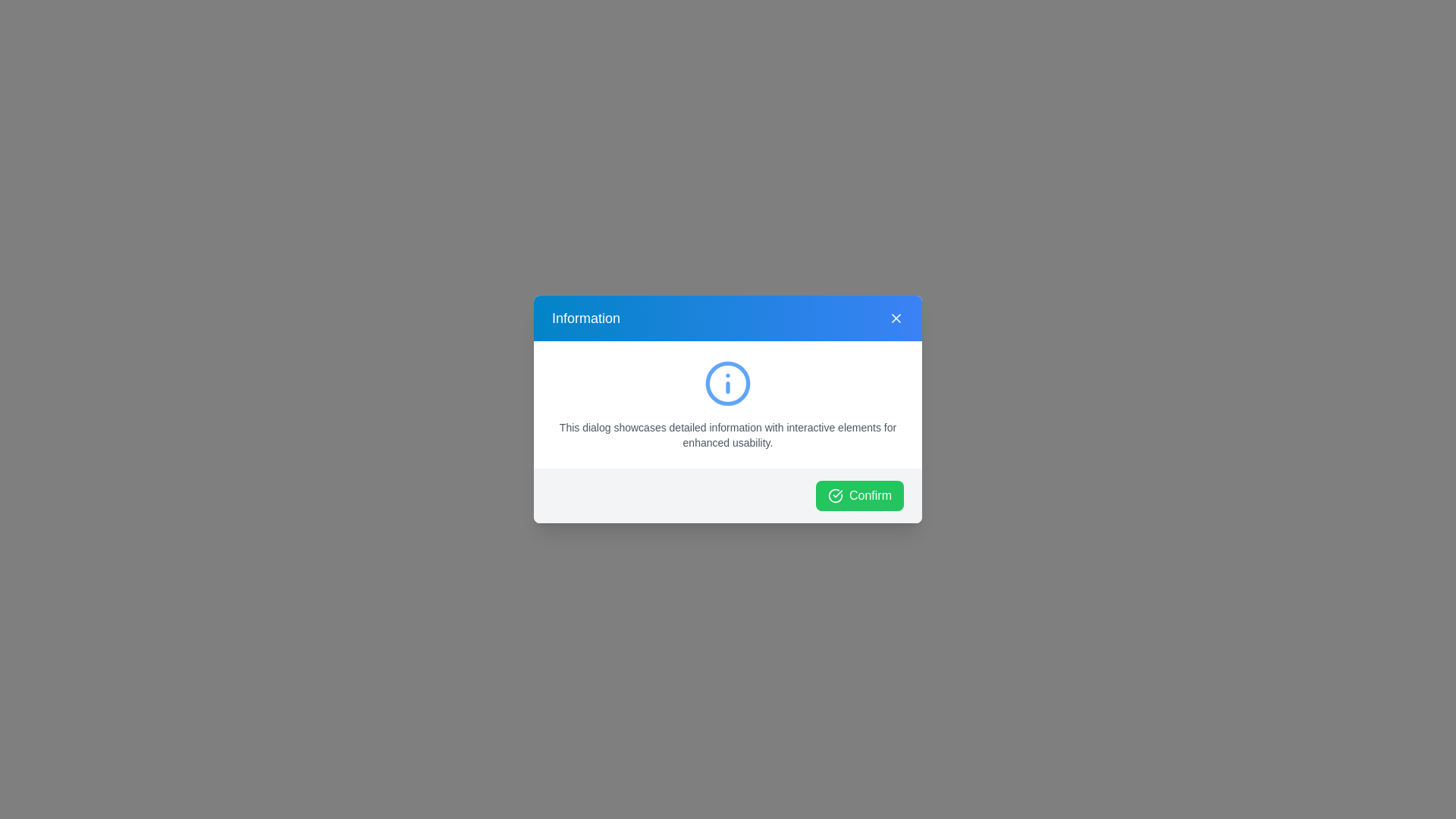 The width and height of the screenshot is (1456, 819). What do you see at coordinates (896, 318) in the screenshot?
I see `the SVG line element representing a close button located in the top-right corner of the dialog box to initiate the close action` at bounding box center [896, 318].